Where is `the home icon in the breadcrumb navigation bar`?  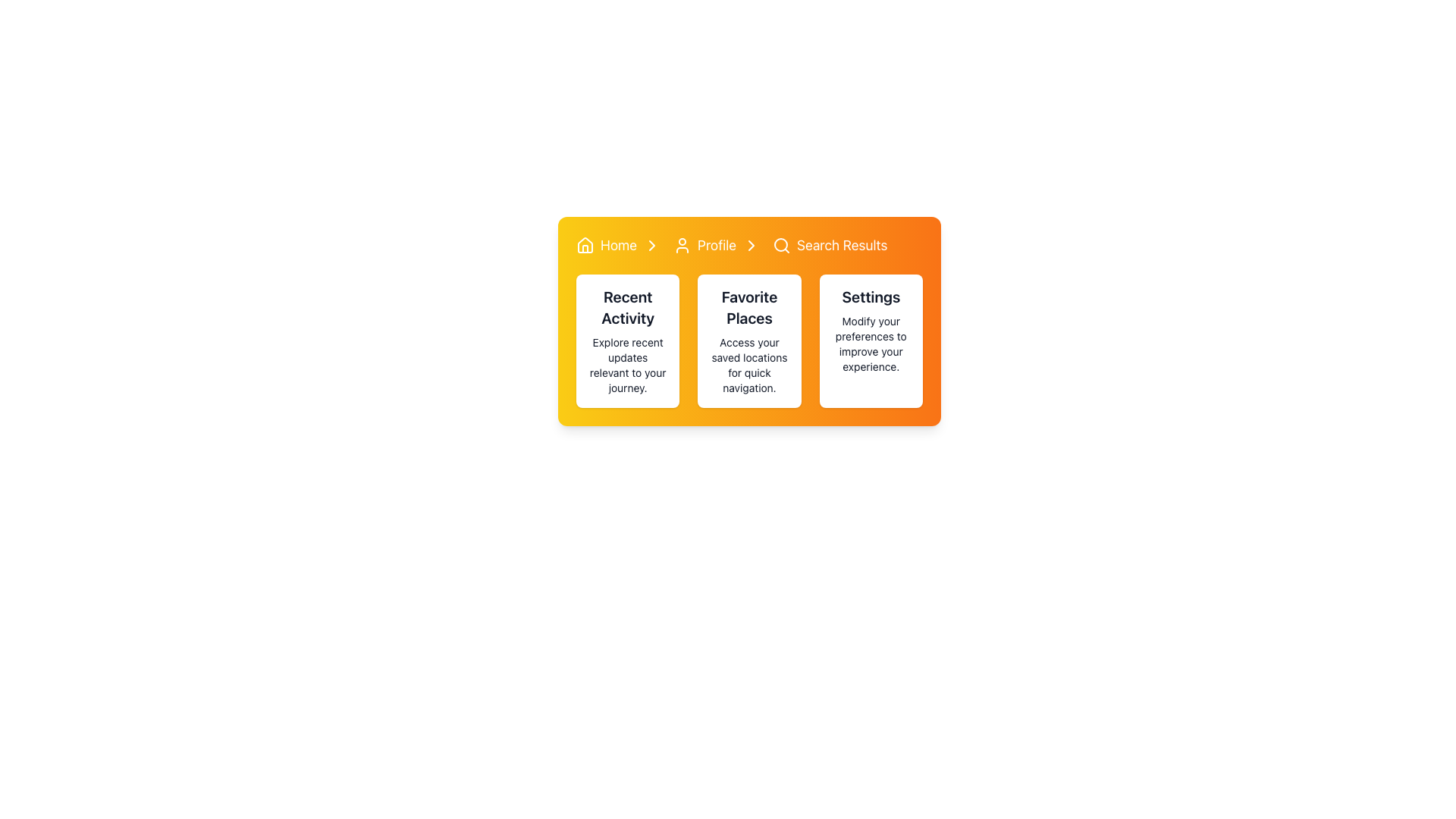 the home icon in the breadcrumb navigation bar is located at coordinates (585, 244).